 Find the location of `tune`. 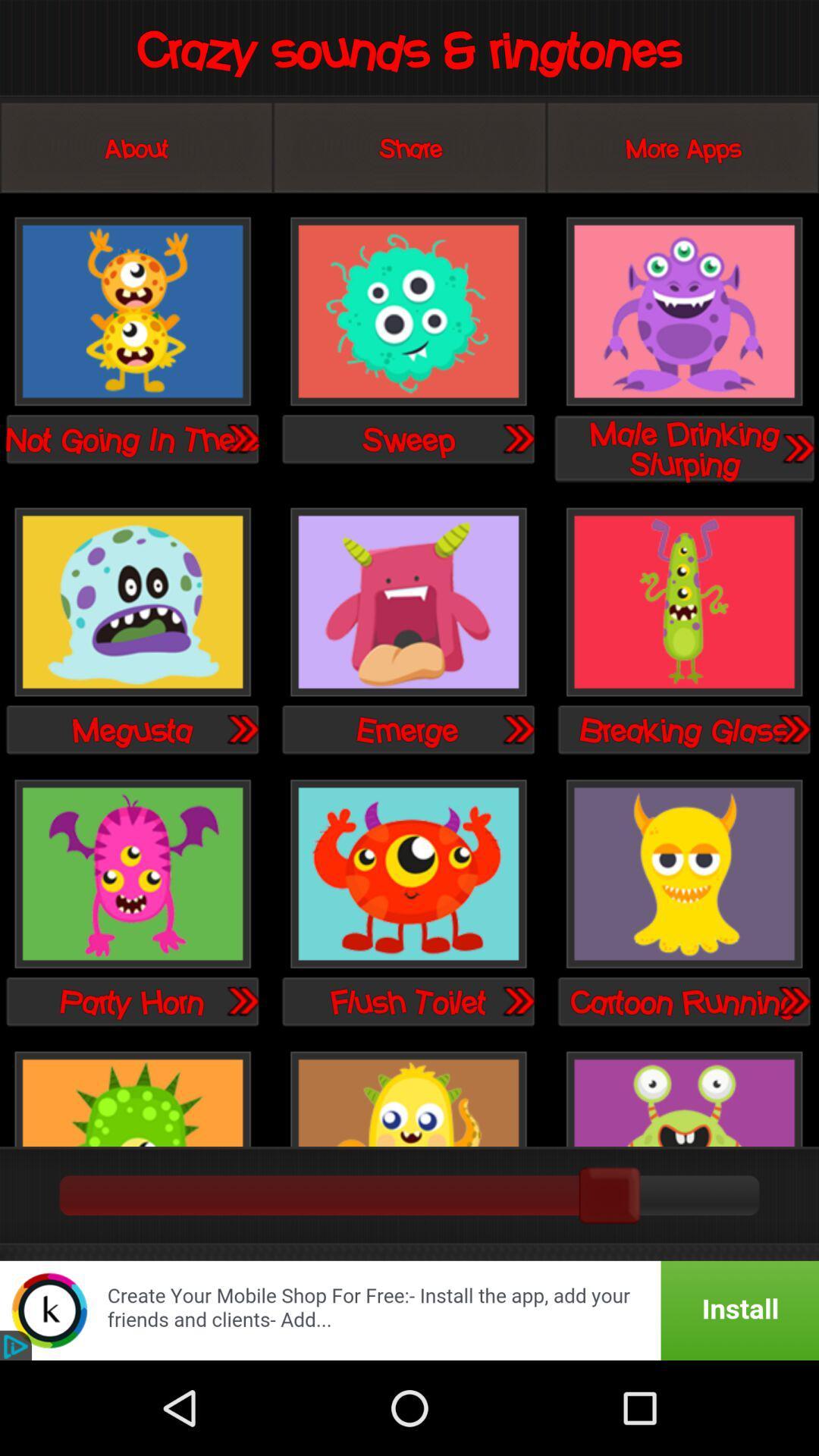

tune is located at coordinates (241, 1001).